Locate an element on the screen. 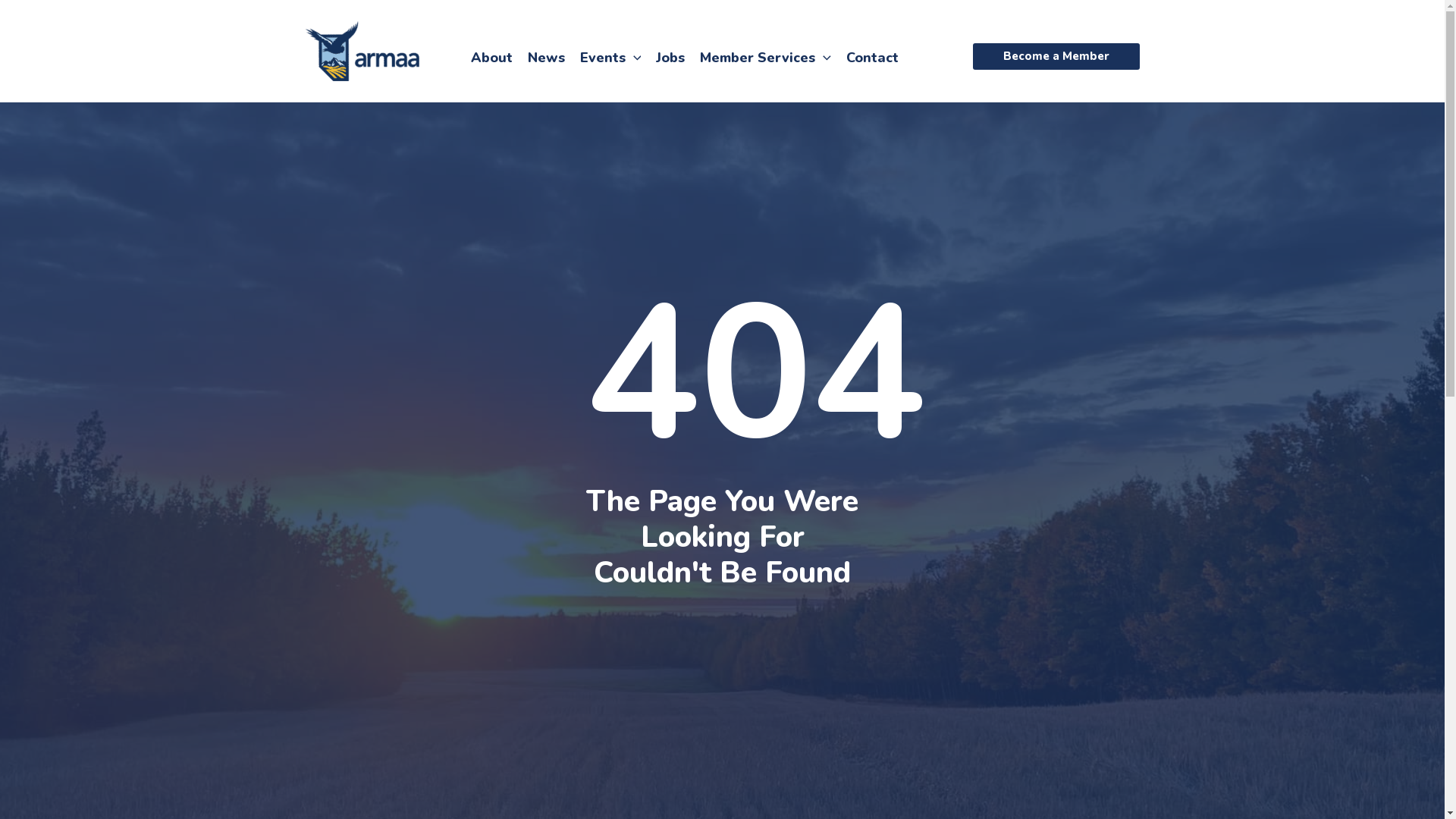  'News' is located at coordinates (546, 55).